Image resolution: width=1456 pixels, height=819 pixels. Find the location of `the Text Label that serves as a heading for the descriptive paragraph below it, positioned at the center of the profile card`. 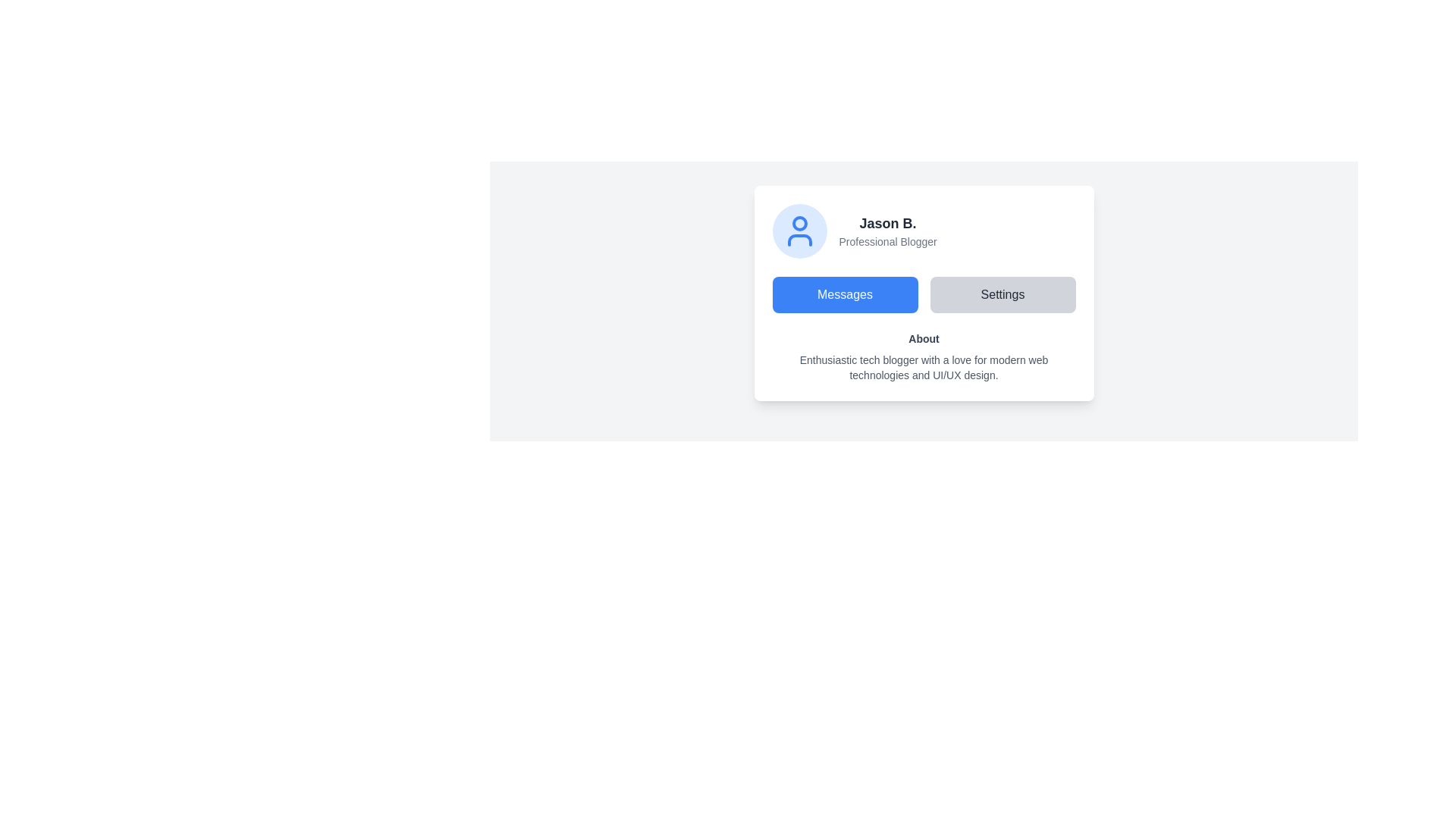

the Text Label that serves as a heading for the descriptive paragraph below it, positioned at the center of the profile card is located at coordinates (923, 338).